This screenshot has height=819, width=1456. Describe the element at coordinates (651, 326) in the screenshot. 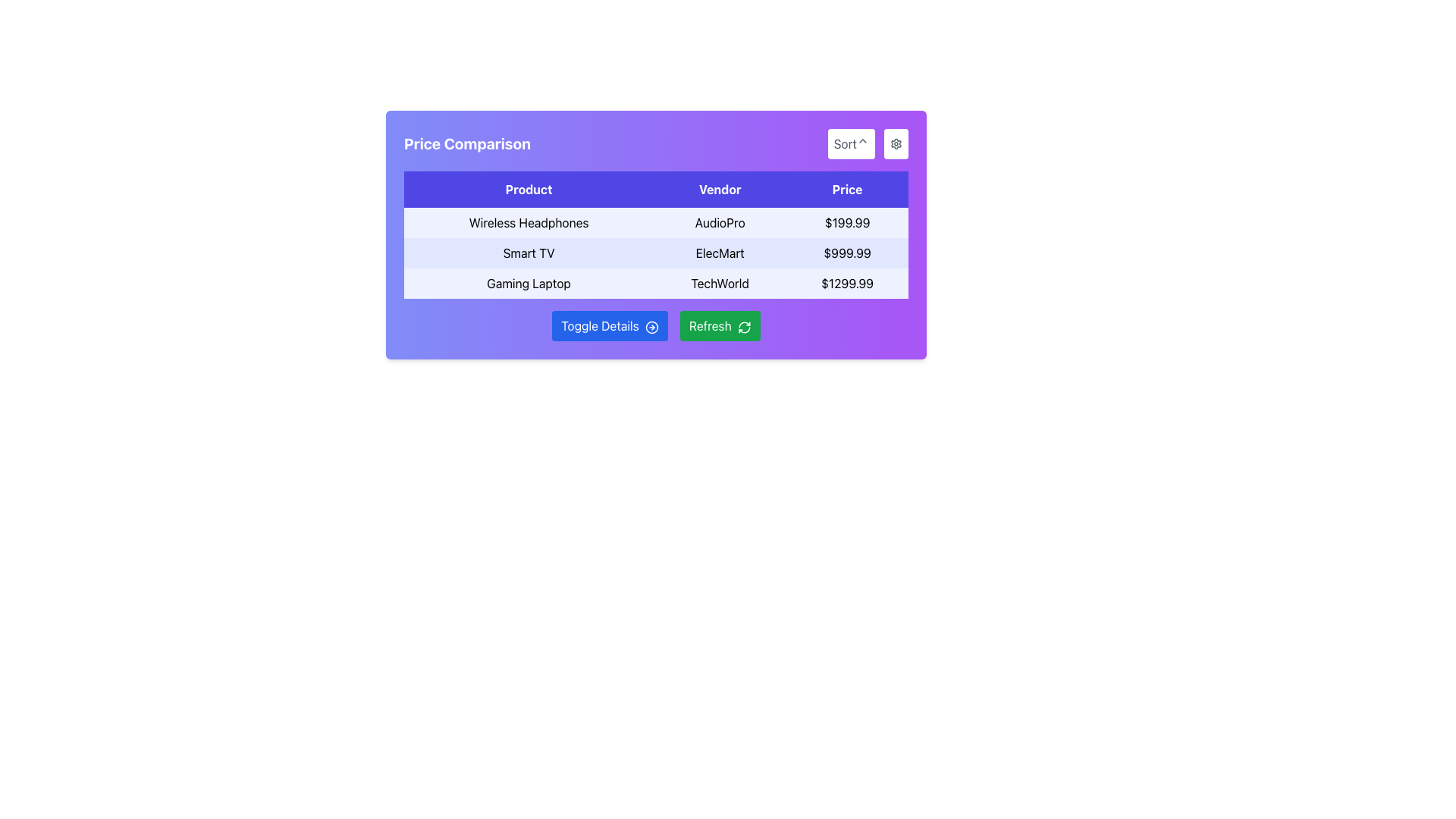

I see `the SVG Graphic (Circle within an Icon) to interact with the associated 'Toggle Details' button, which allows toggling visibility of additional details` at that location.